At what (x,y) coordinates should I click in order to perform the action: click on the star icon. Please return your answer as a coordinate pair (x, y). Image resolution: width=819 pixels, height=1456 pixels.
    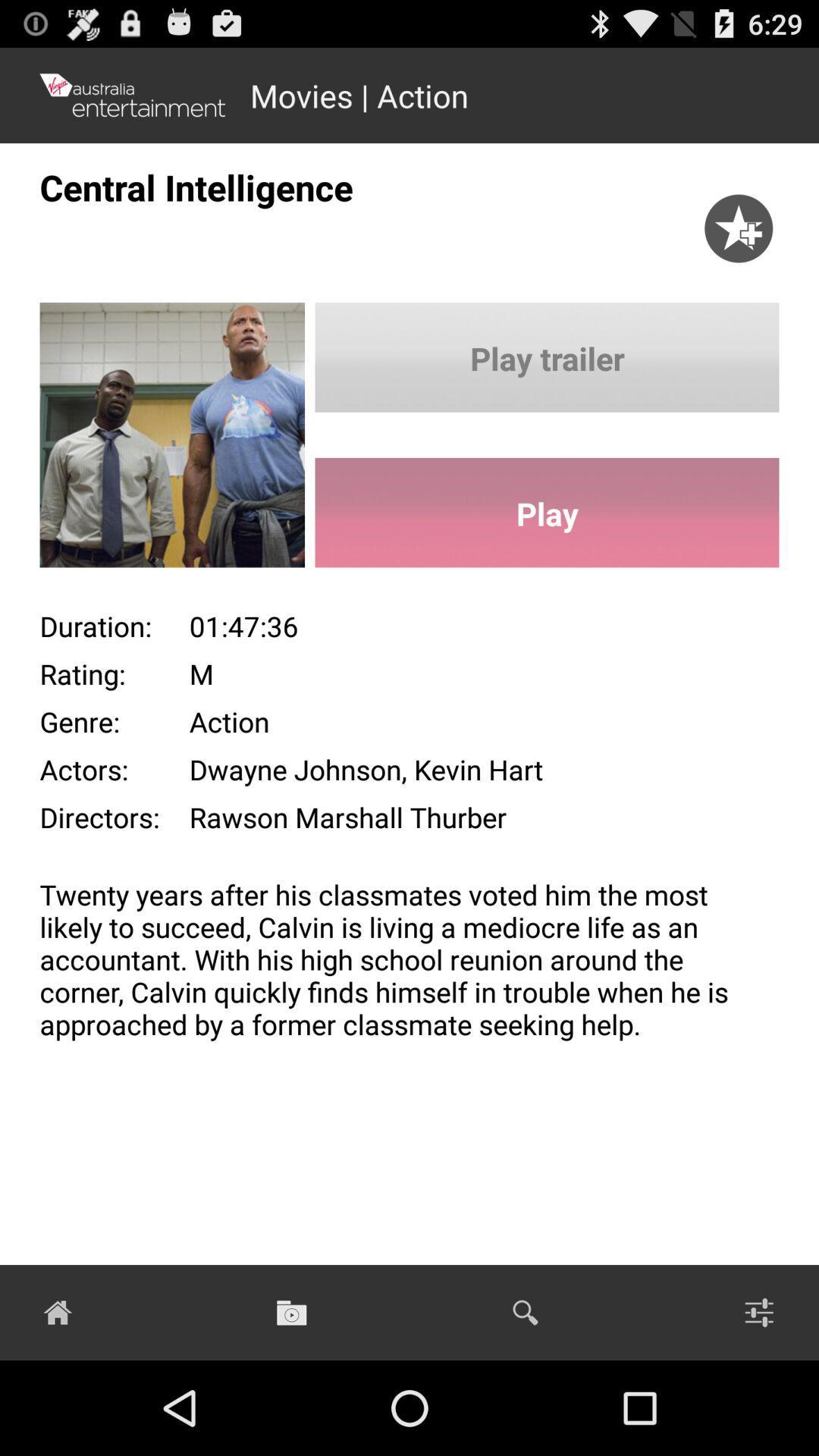
    Looking at the image, I should click on (744, 240).